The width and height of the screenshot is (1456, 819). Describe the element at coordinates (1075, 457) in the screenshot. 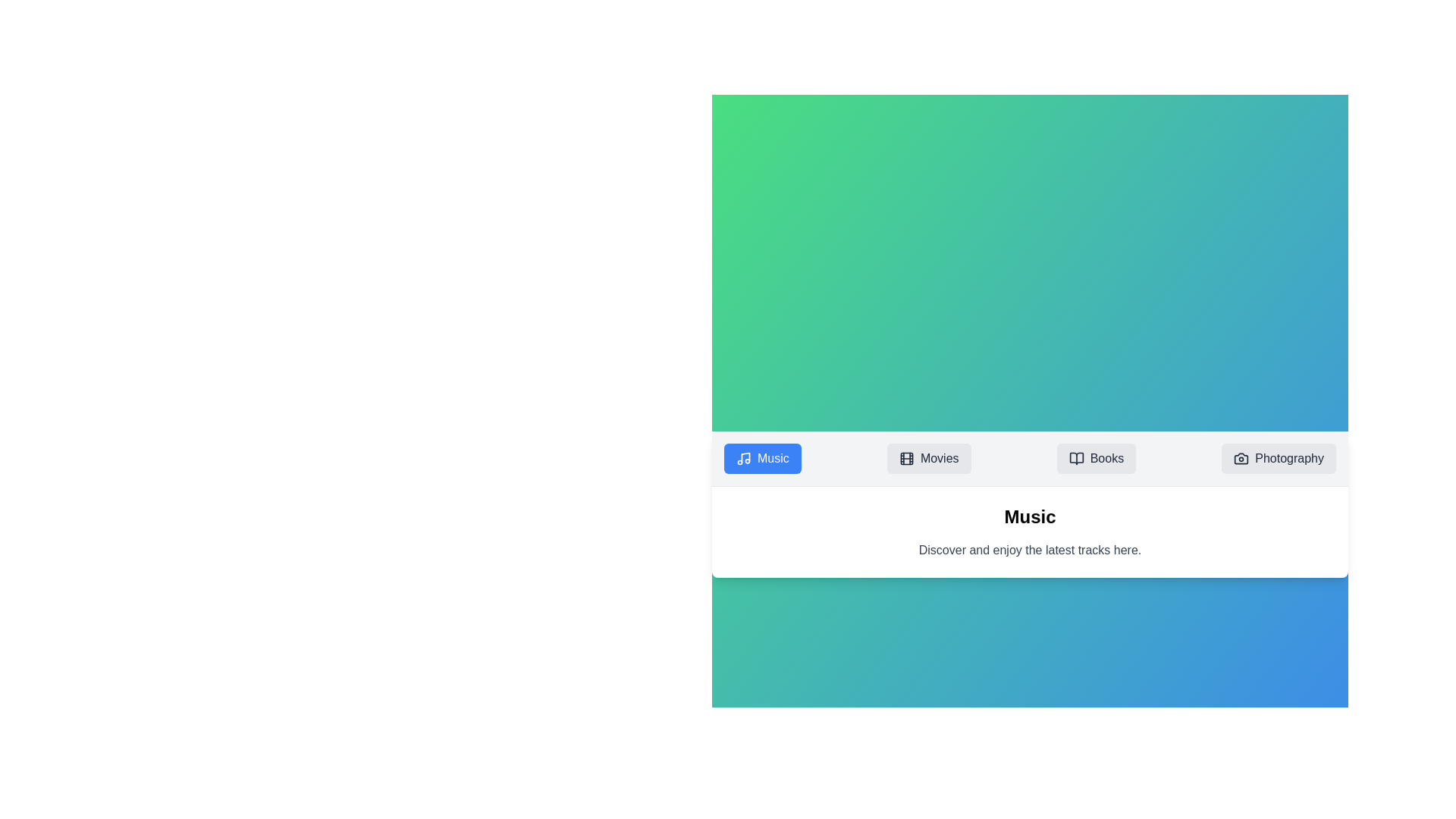

I see `the left part of the open book icon in the 'Books' tab section, which is styled in a minimalistic line-based design and located between the 'Movies' and 'Photography' tabs` at that location.